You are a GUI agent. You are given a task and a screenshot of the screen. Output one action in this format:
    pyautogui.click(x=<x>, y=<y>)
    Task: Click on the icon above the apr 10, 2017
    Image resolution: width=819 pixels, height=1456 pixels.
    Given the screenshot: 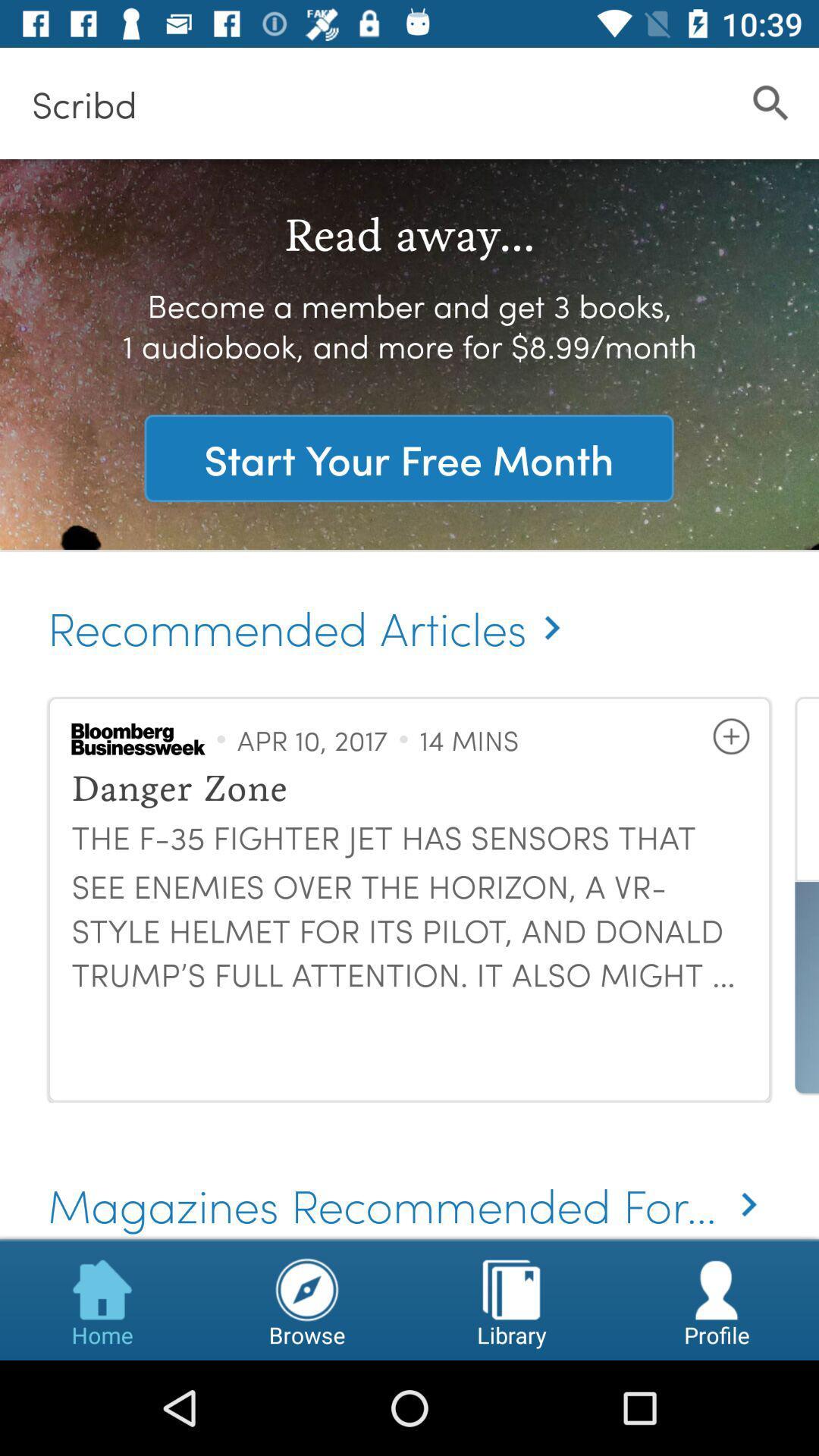 What is the action you would take?
    pyautogui.click(x=310, y=611)
    